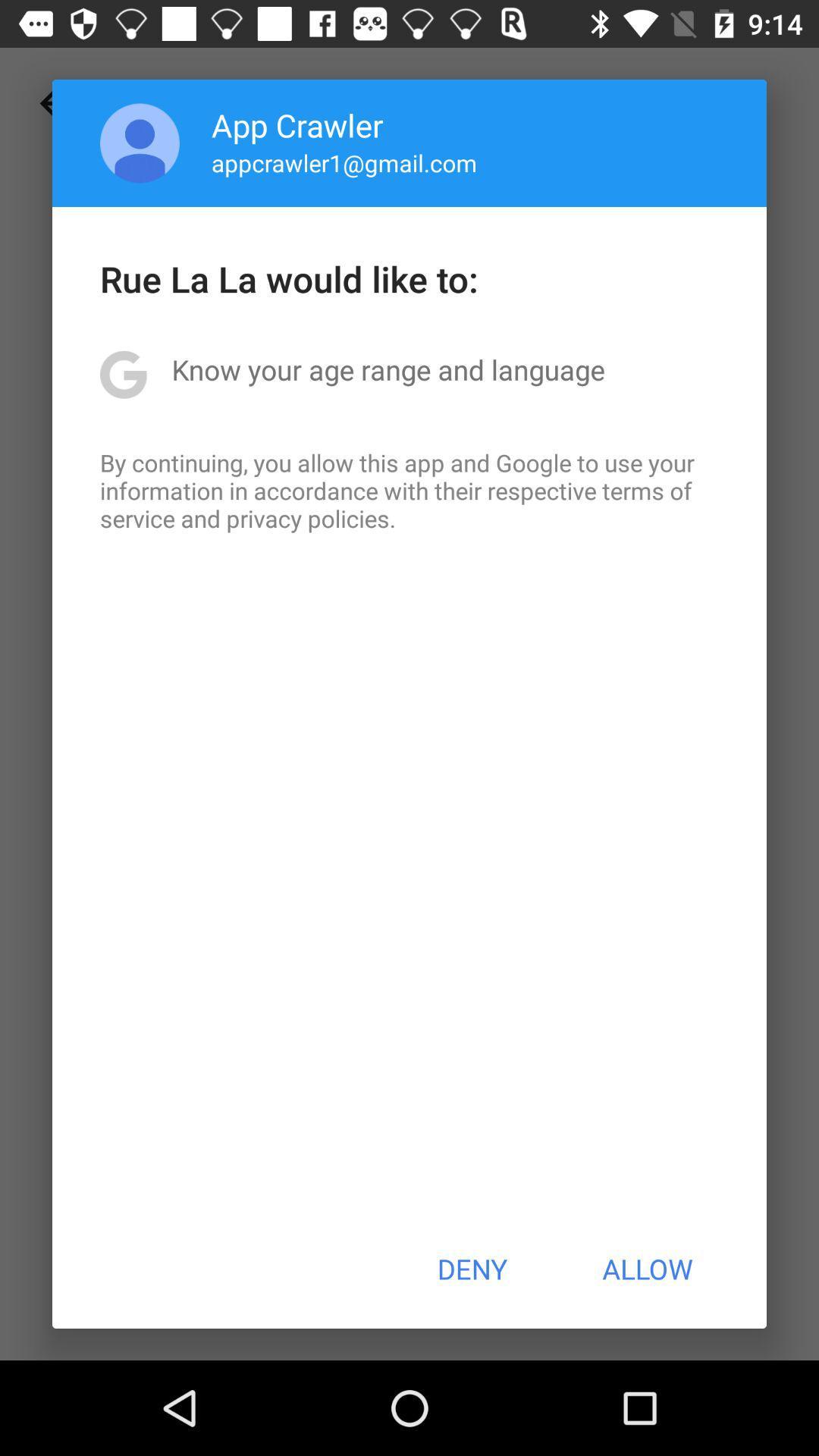  Describe the element at coordinates (388, 369) in the screenshot. I see `the app above by continuing you item` at that location.